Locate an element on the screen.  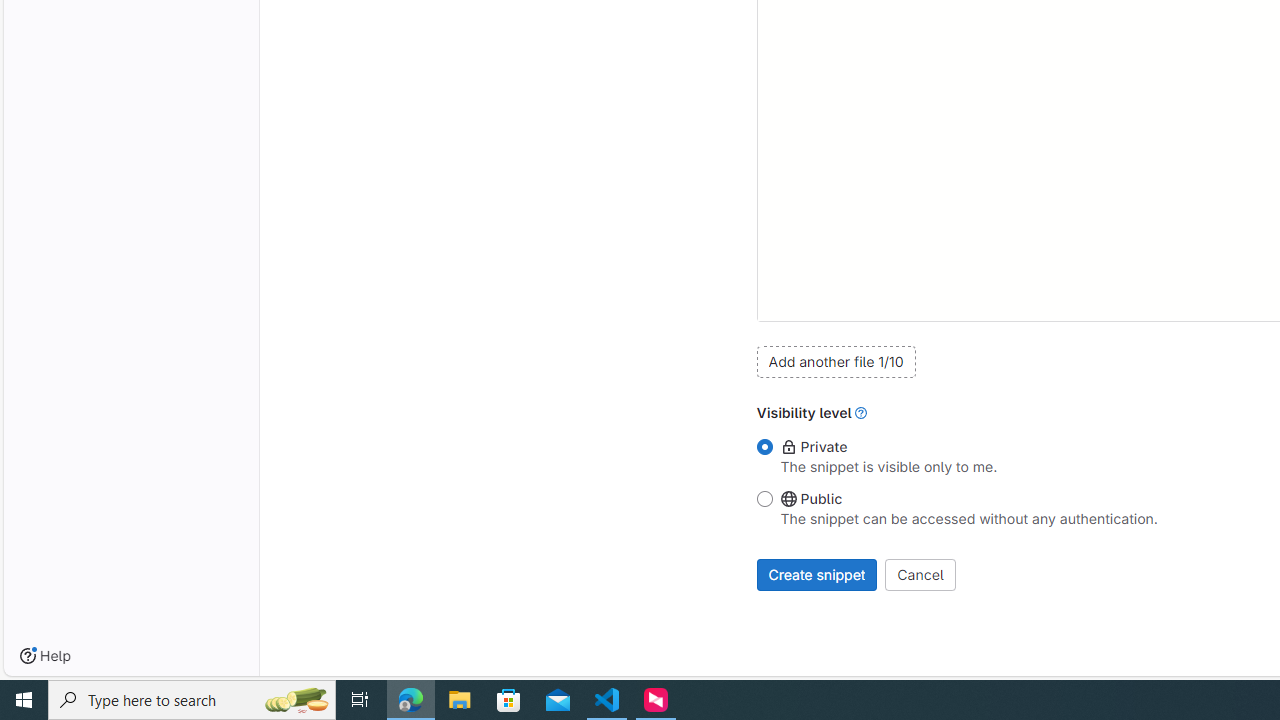
'Help' is located at coordinates (45, 655).